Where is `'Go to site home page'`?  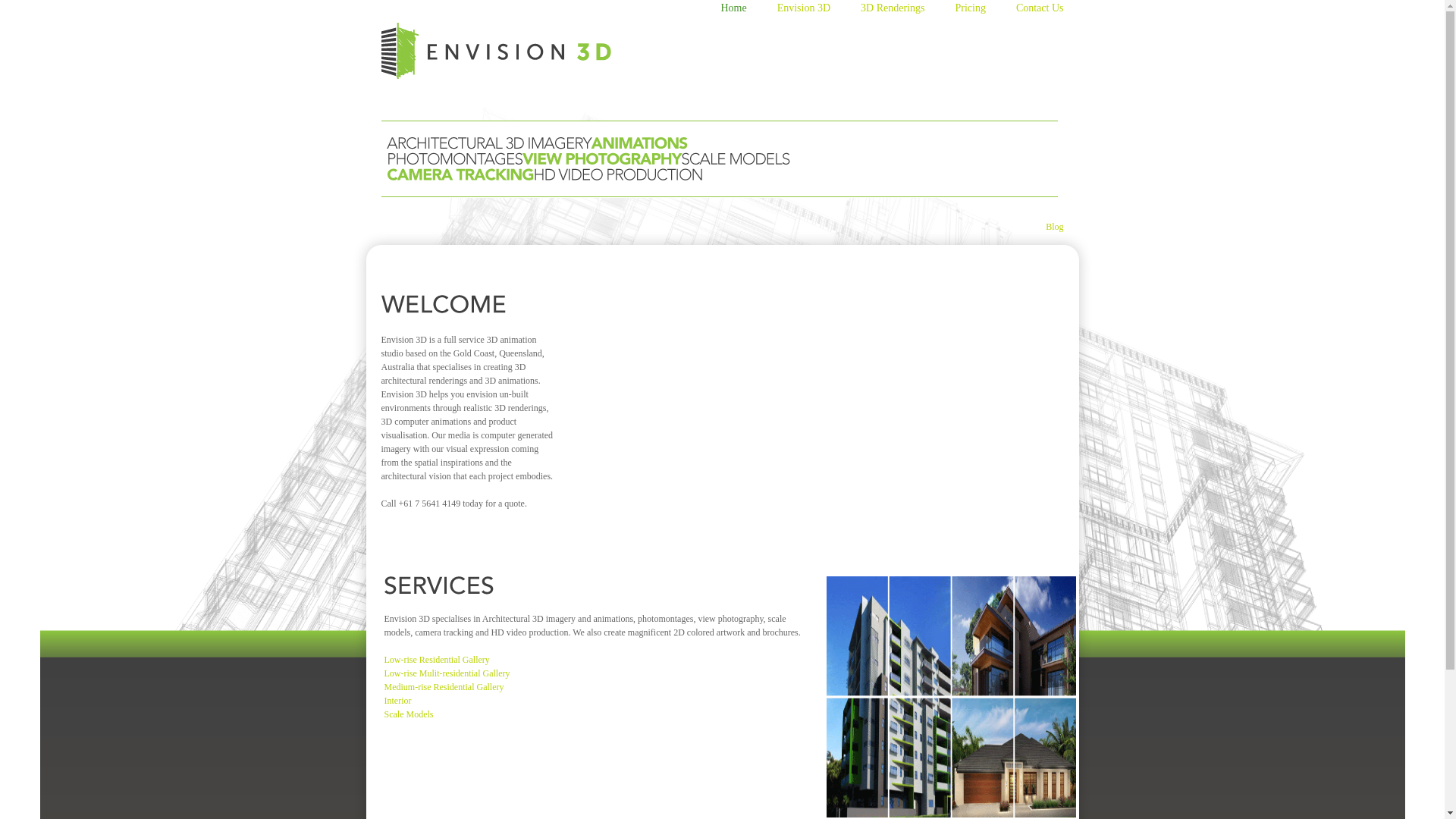 'Go to site home page' is located at coordinates (495, 49).